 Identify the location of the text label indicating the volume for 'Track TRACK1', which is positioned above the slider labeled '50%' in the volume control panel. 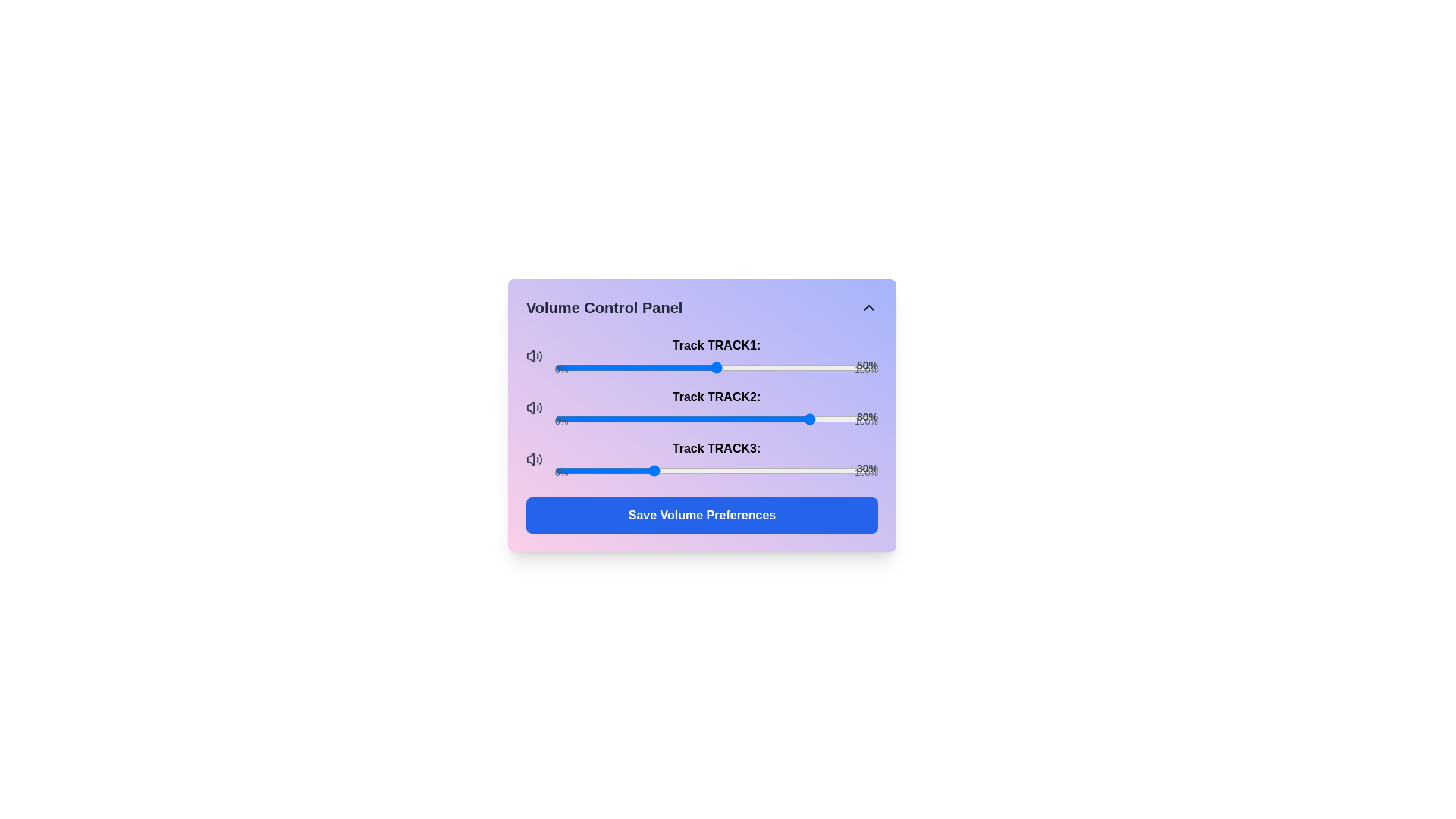
(716, 345).